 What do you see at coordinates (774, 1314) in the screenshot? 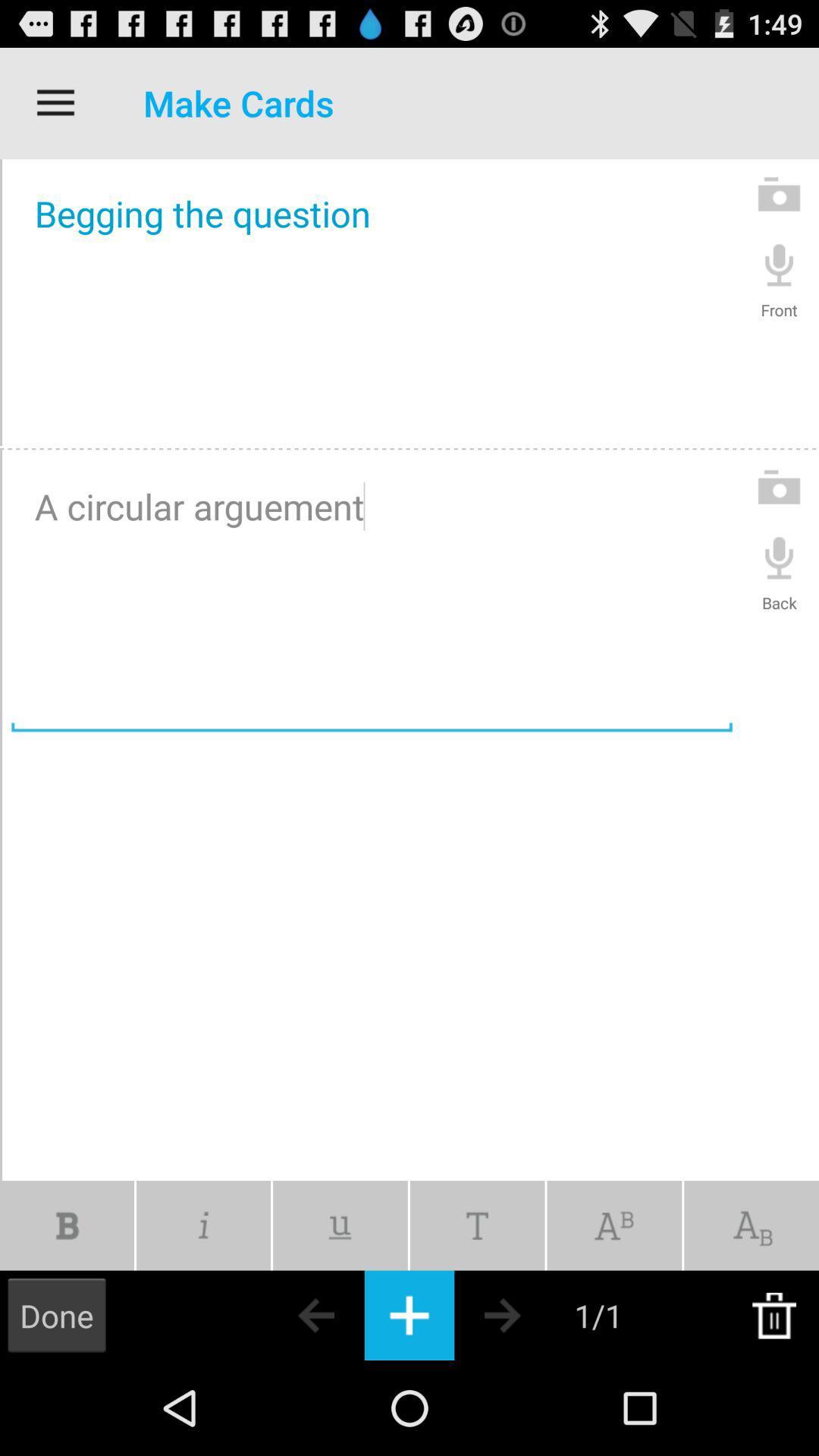
I see `the bin icon which is bottom right hand side of the page` at bounding box center [774, 1314].